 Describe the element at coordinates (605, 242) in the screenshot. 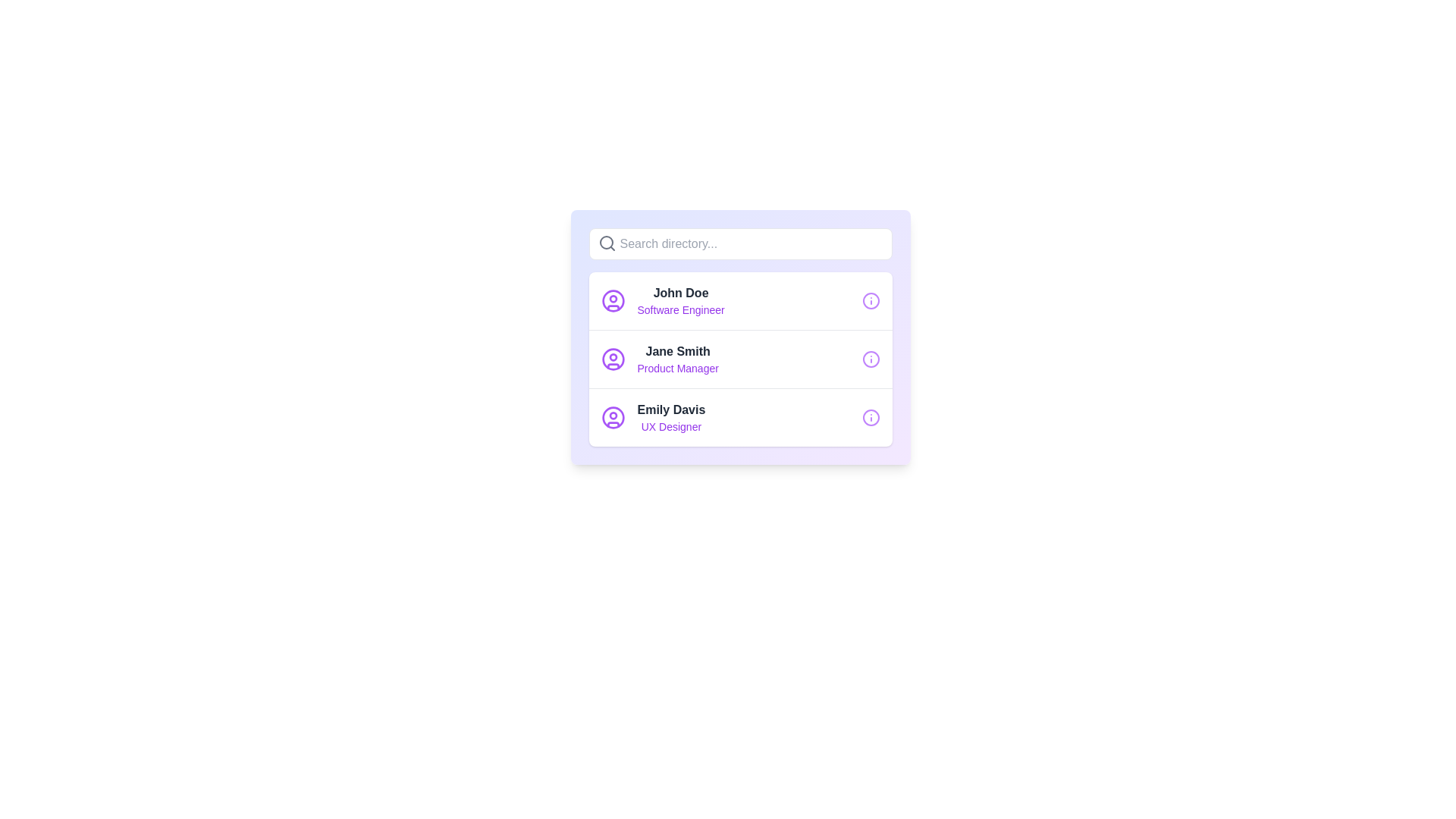

I see `the graphic element that is part of the search icon located at the top-left corner of the search interface within the search box` at that location.